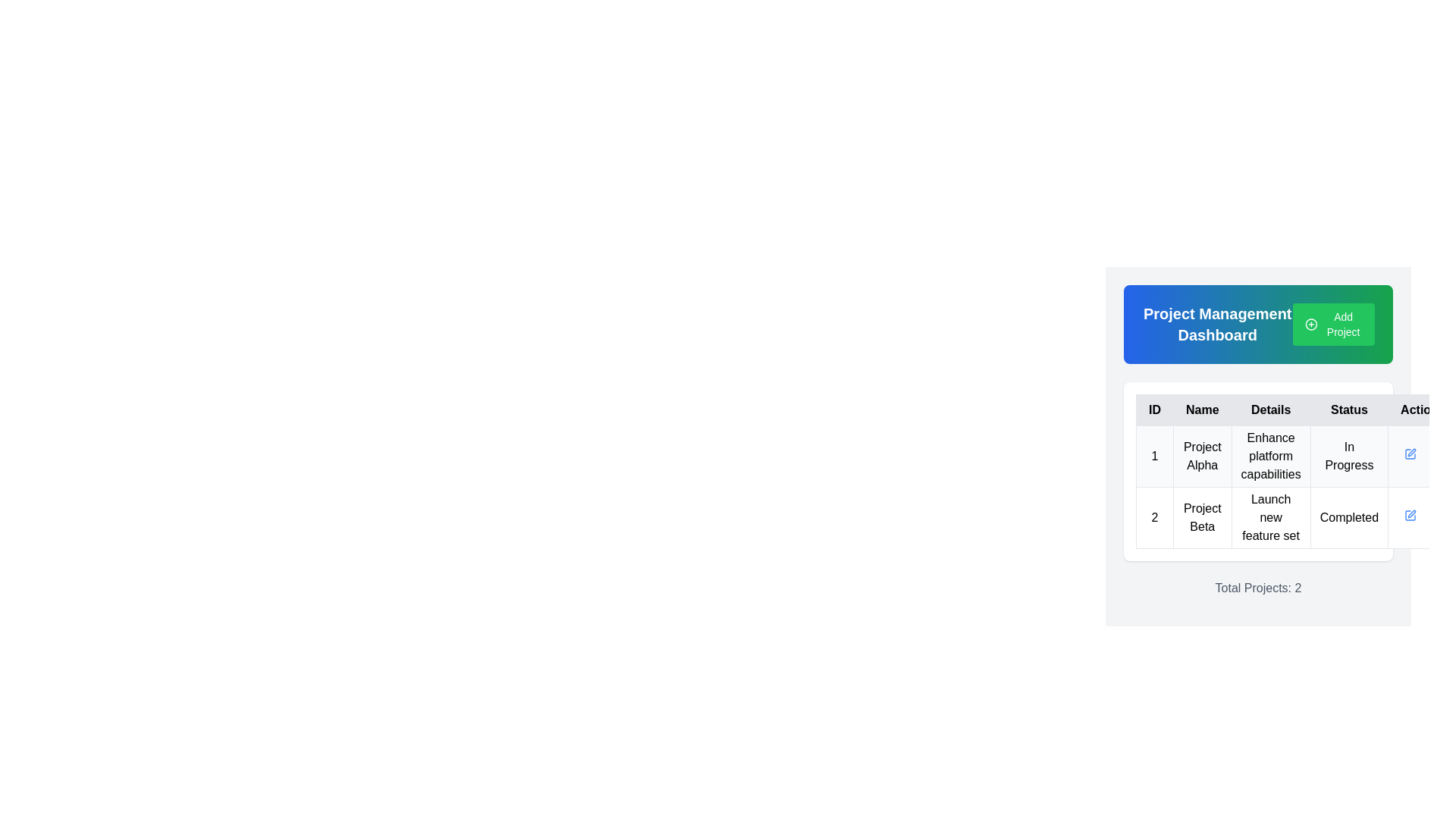 The height and width of the screenshot is (819, 1456). Describe the element at coordinates (1201, 455) in the screenshot. I see `text content of the project name label located in the first row of the table under the 'Name' column, adjacent to the ID '1'` at that location.